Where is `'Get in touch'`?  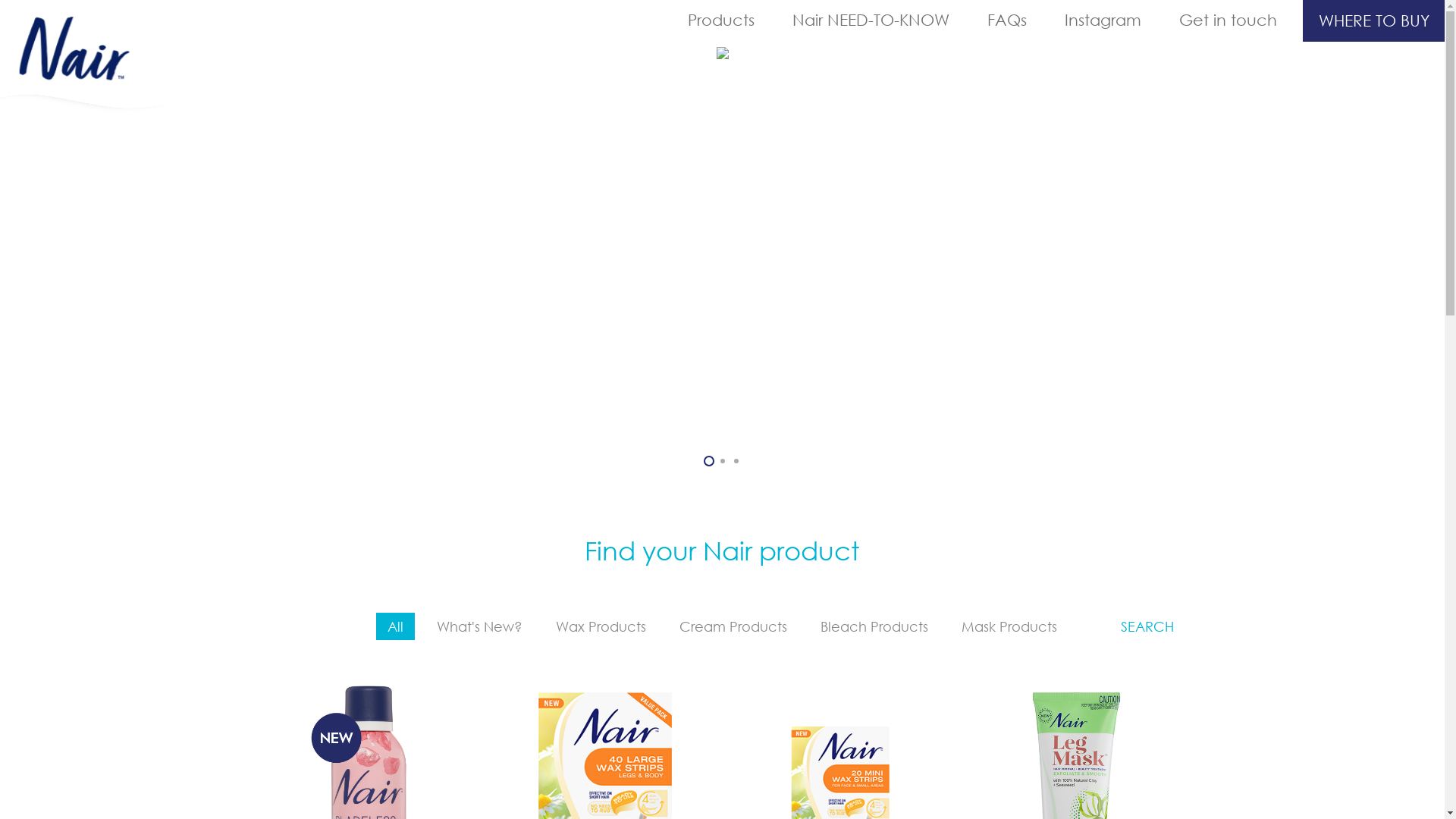
'Get in touch' is located at coordinates (1228, 20).